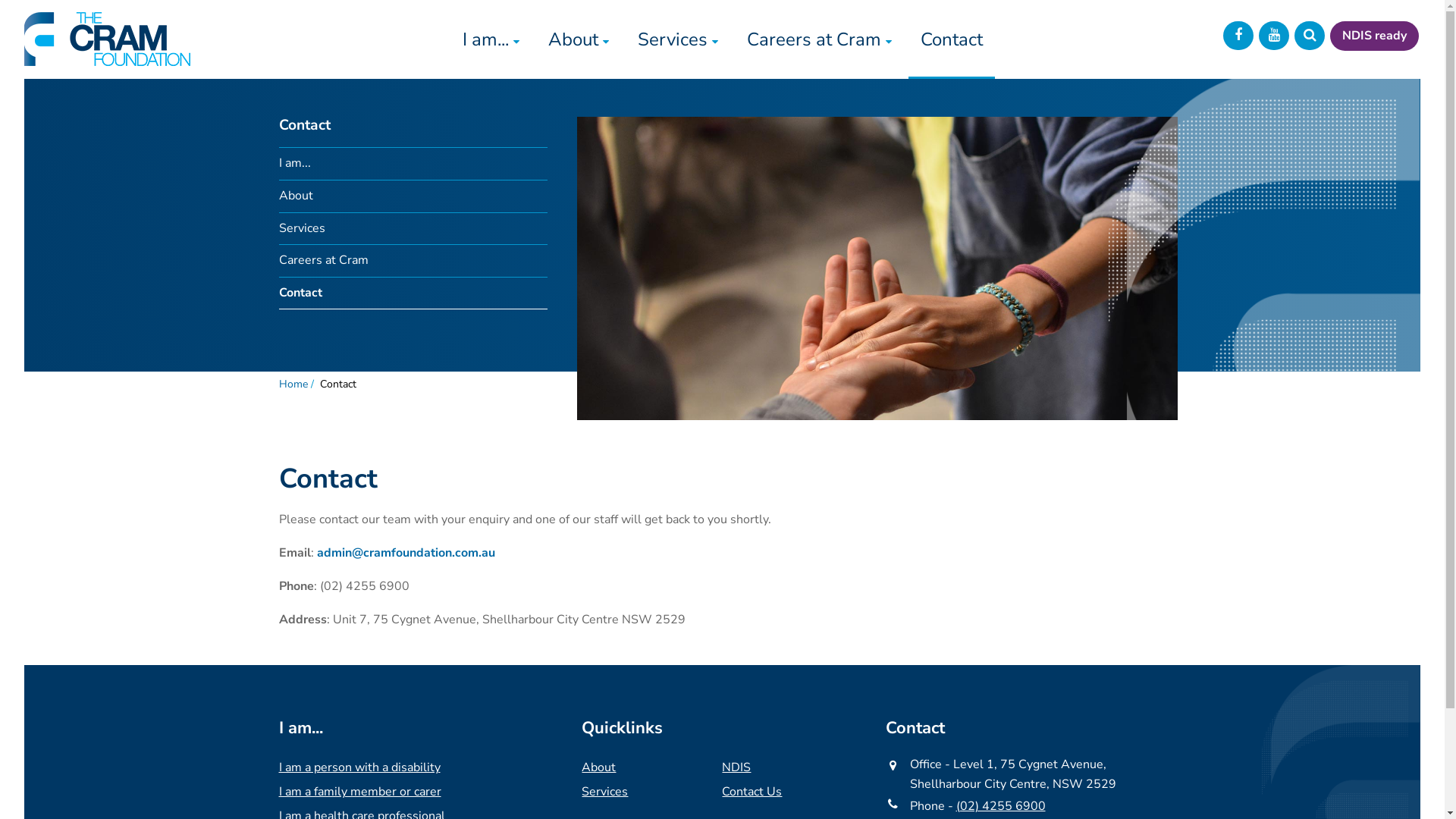 This screenshot has height=819, width=1456. Describe the element at coordinates (598, 767) in the screenshot. I see `'About'` at that location.